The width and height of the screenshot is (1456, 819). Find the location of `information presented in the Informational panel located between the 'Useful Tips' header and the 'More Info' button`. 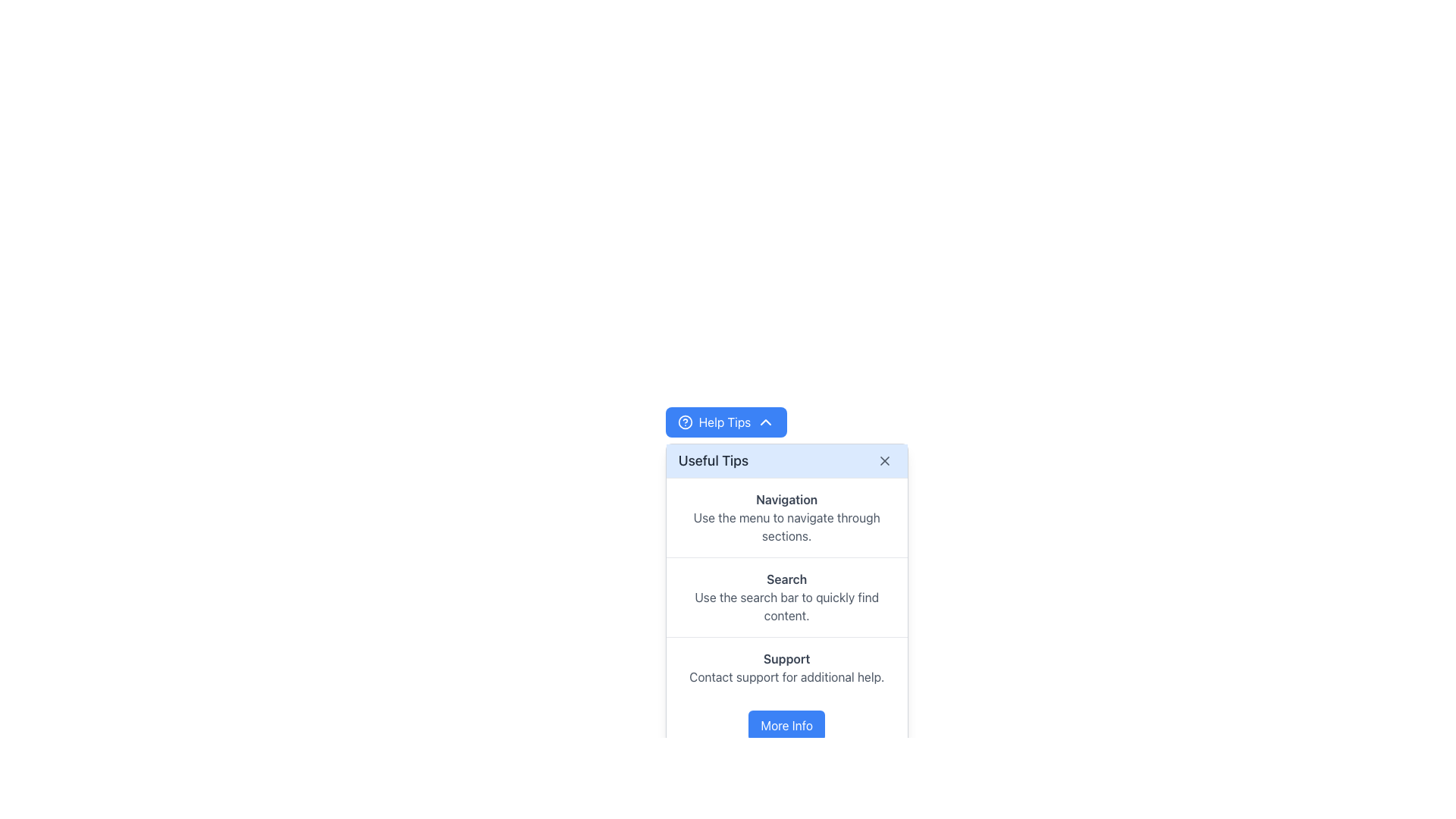

information presented in the Informational panel located between the 'Useful Tips' header and the 'More Info' button is located at coordinates (786, 587).